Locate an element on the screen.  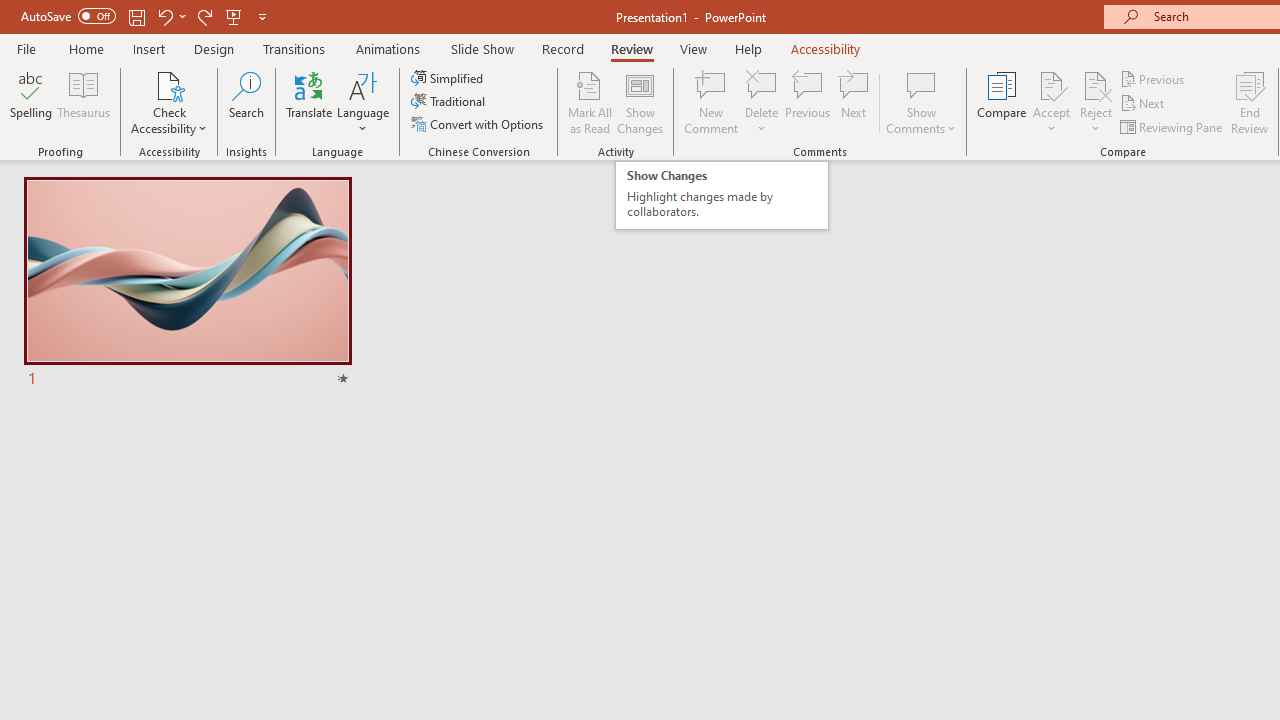
'Reject Change' is located at coordinates (1095, 84).